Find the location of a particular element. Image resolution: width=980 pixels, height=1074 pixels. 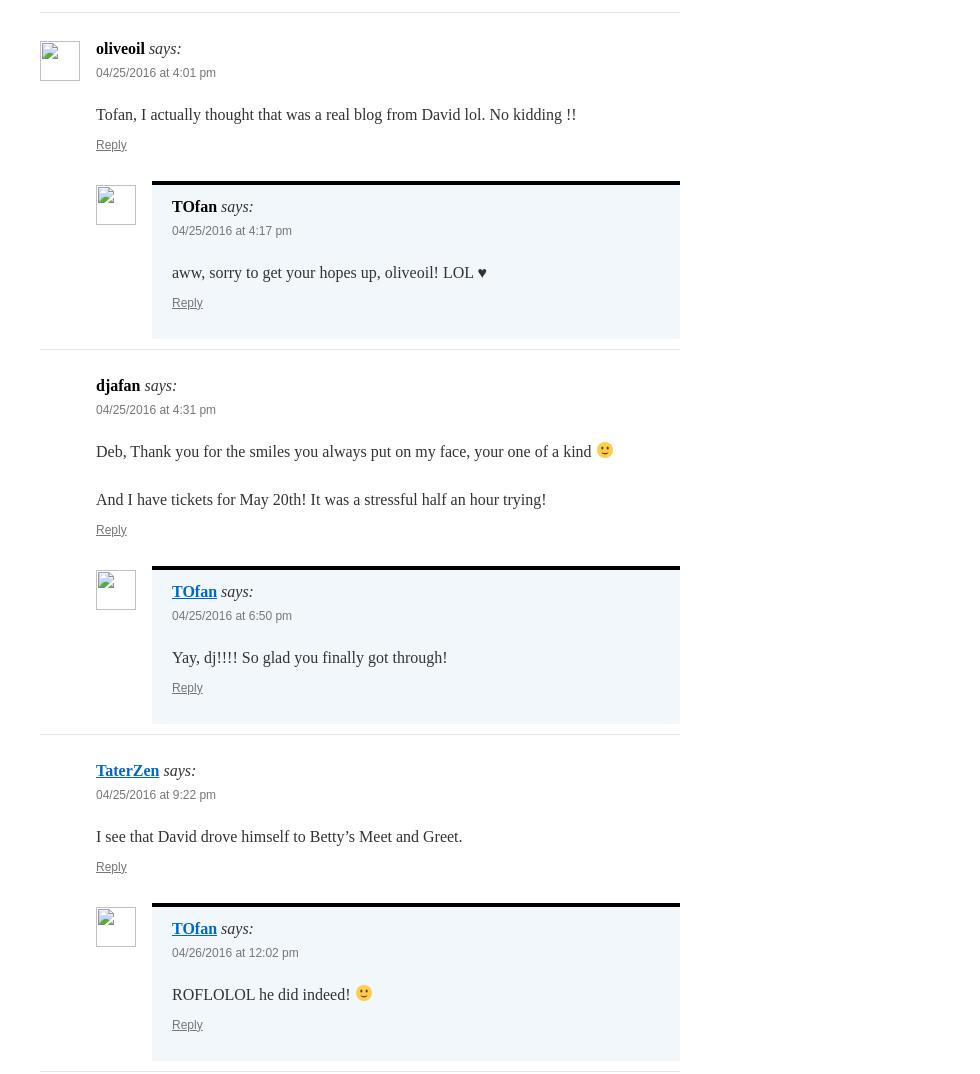

'ROFLOLOL he did indeed!' is located at coordinates (263, 992).